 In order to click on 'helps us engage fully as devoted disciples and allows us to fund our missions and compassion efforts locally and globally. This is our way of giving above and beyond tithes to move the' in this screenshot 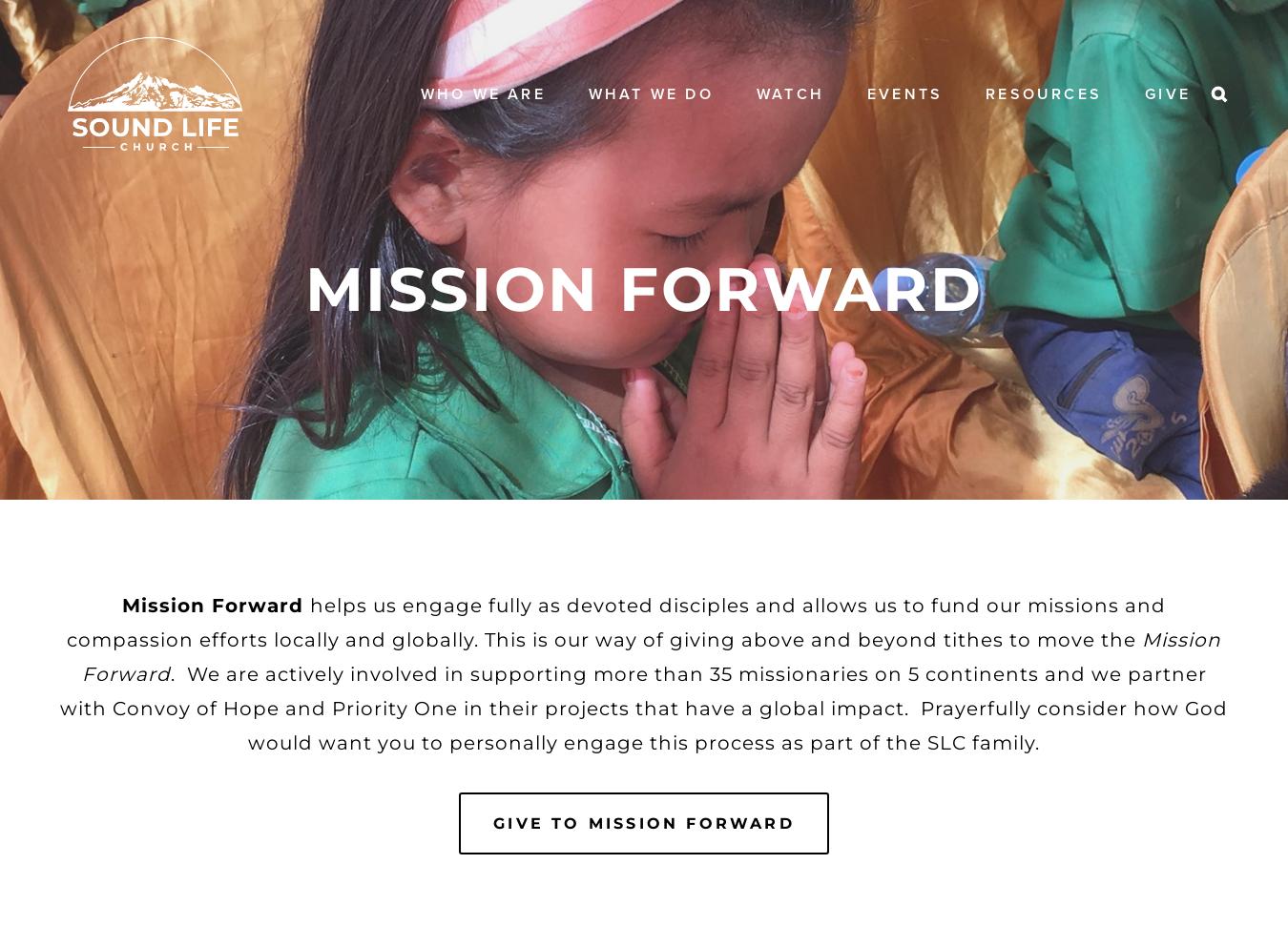, I will do `click(618, 622)`.